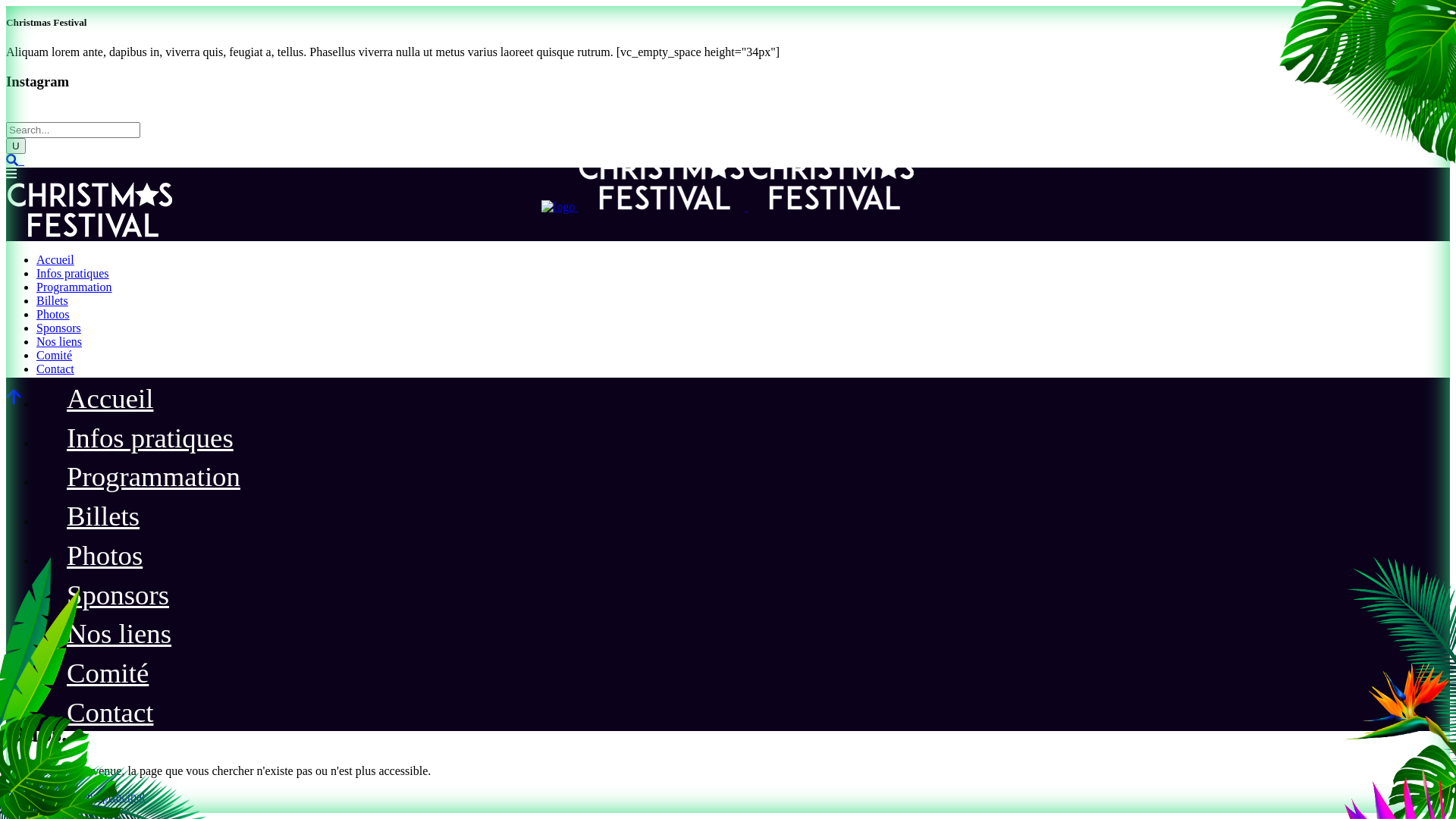 This screenshot has height=819, width=1456. I want to click on 'Infos pratiques', so click(72, 273).